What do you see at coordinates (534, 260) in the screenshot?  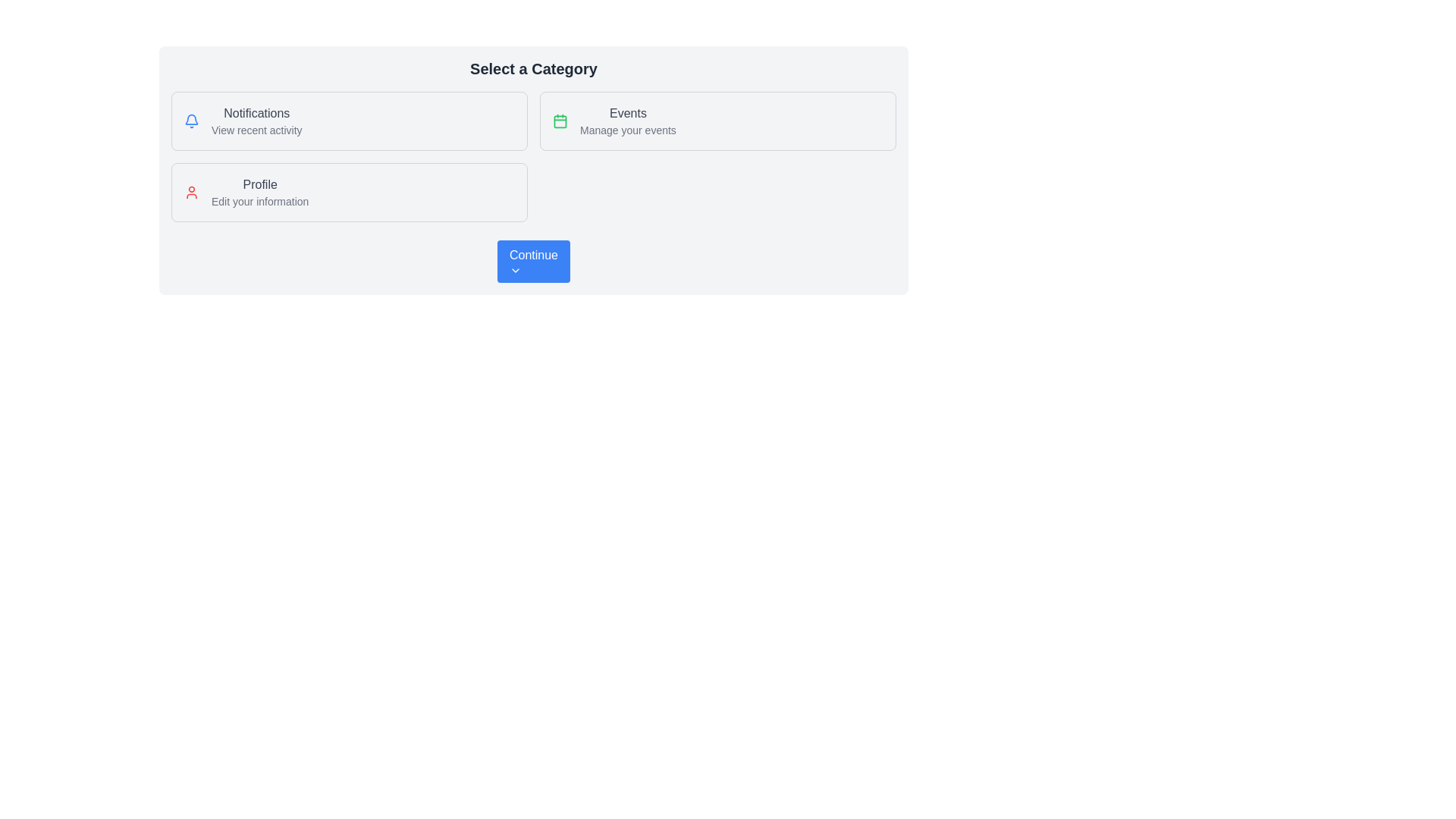 I see `the 'Continue' button with a dropdown indicator, which is a rectangular blue button with rounded corners located at the bottom center of the 'Select a Category' section` at bounding box center [534, 260].